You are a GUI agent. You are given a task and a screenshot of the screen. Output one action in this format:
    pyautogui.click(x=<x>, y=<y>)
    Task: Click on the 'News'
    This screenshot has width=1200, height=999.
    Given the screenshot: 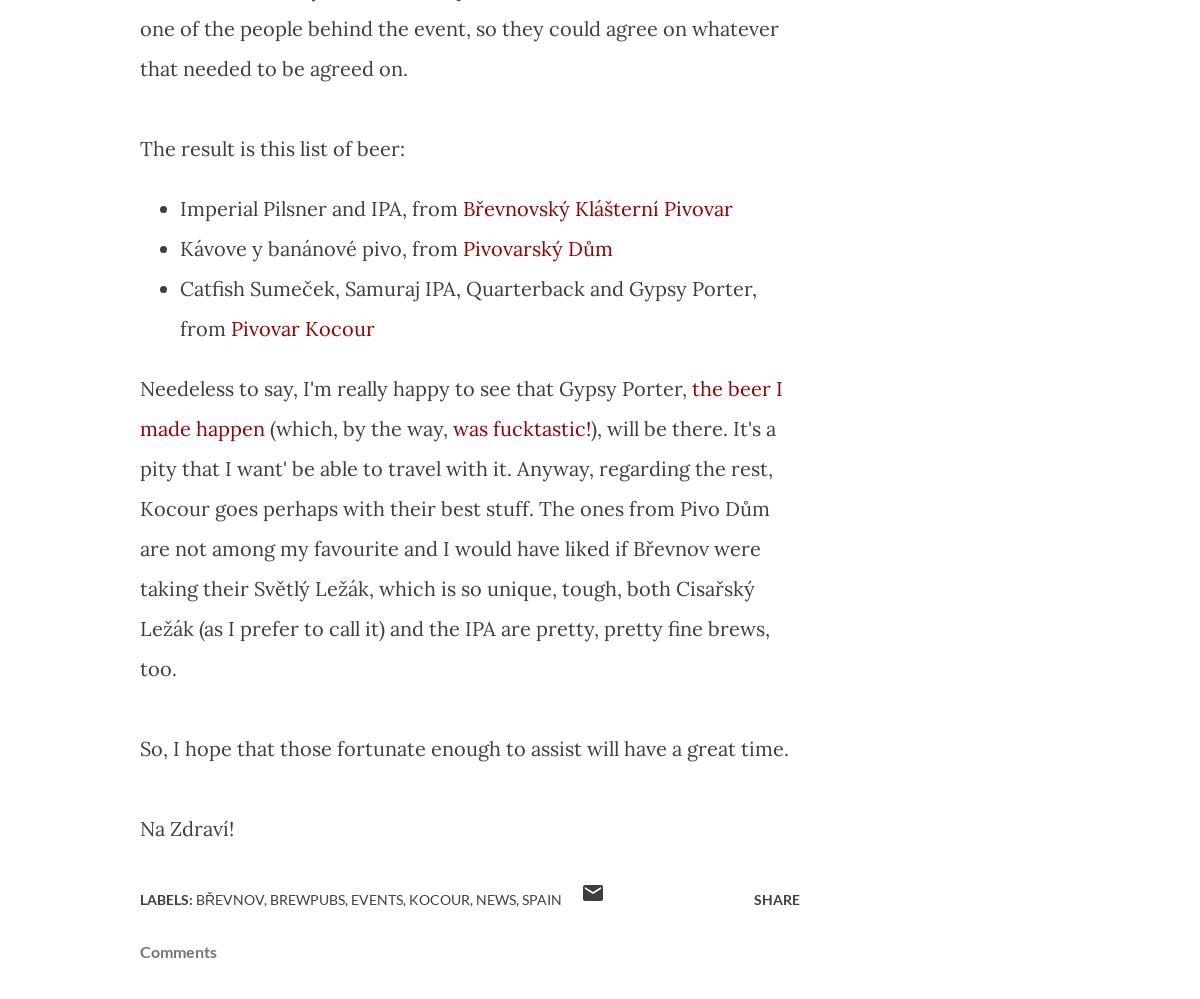 What is the action you would take?
    pyautogui.click(x=475, y=899)
    